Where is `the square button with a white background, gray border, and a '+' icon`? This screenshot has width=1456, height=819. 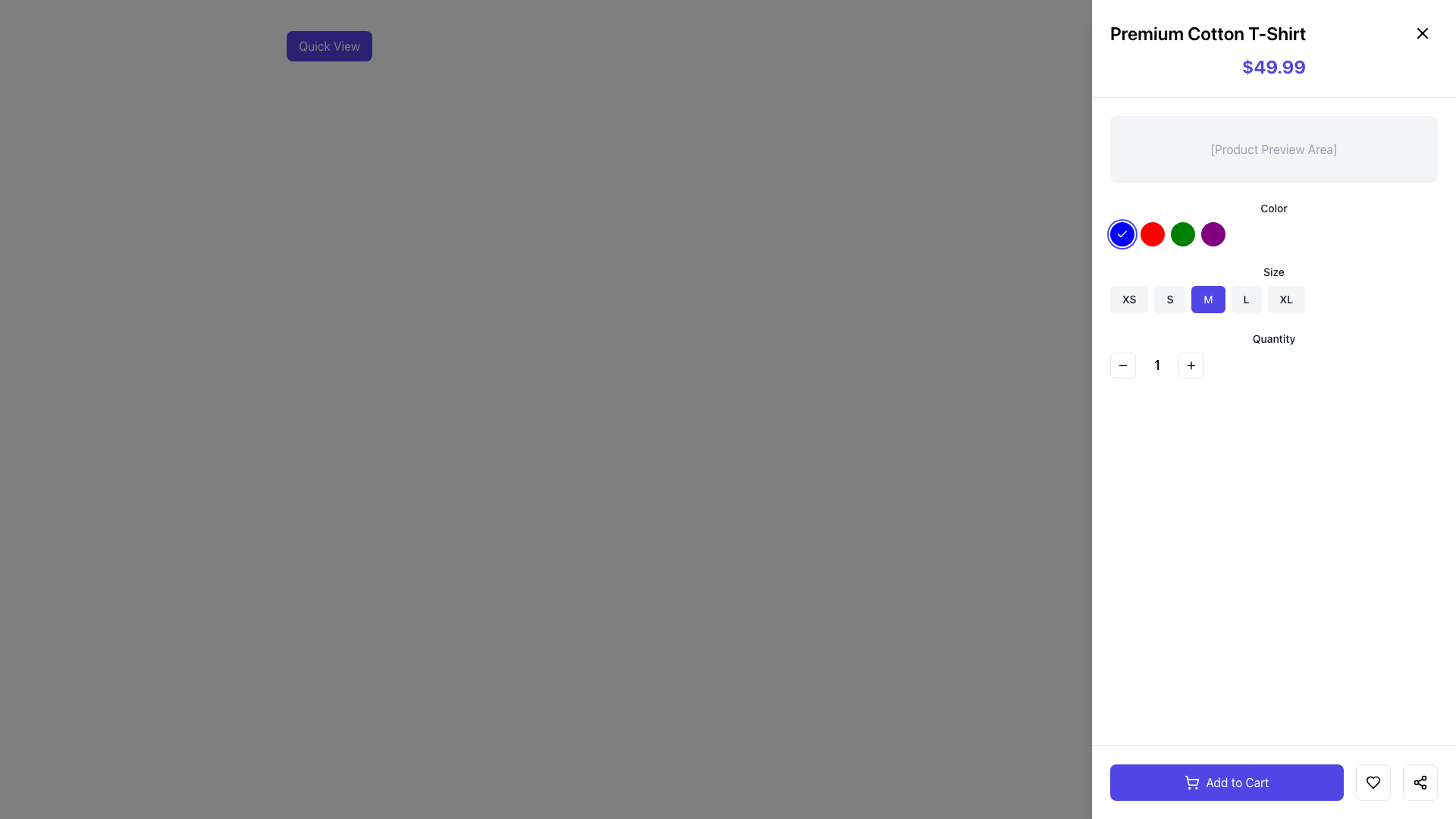 the square button with a white background, gray border, and a '+' icon is located at coordinates (1190, 366).